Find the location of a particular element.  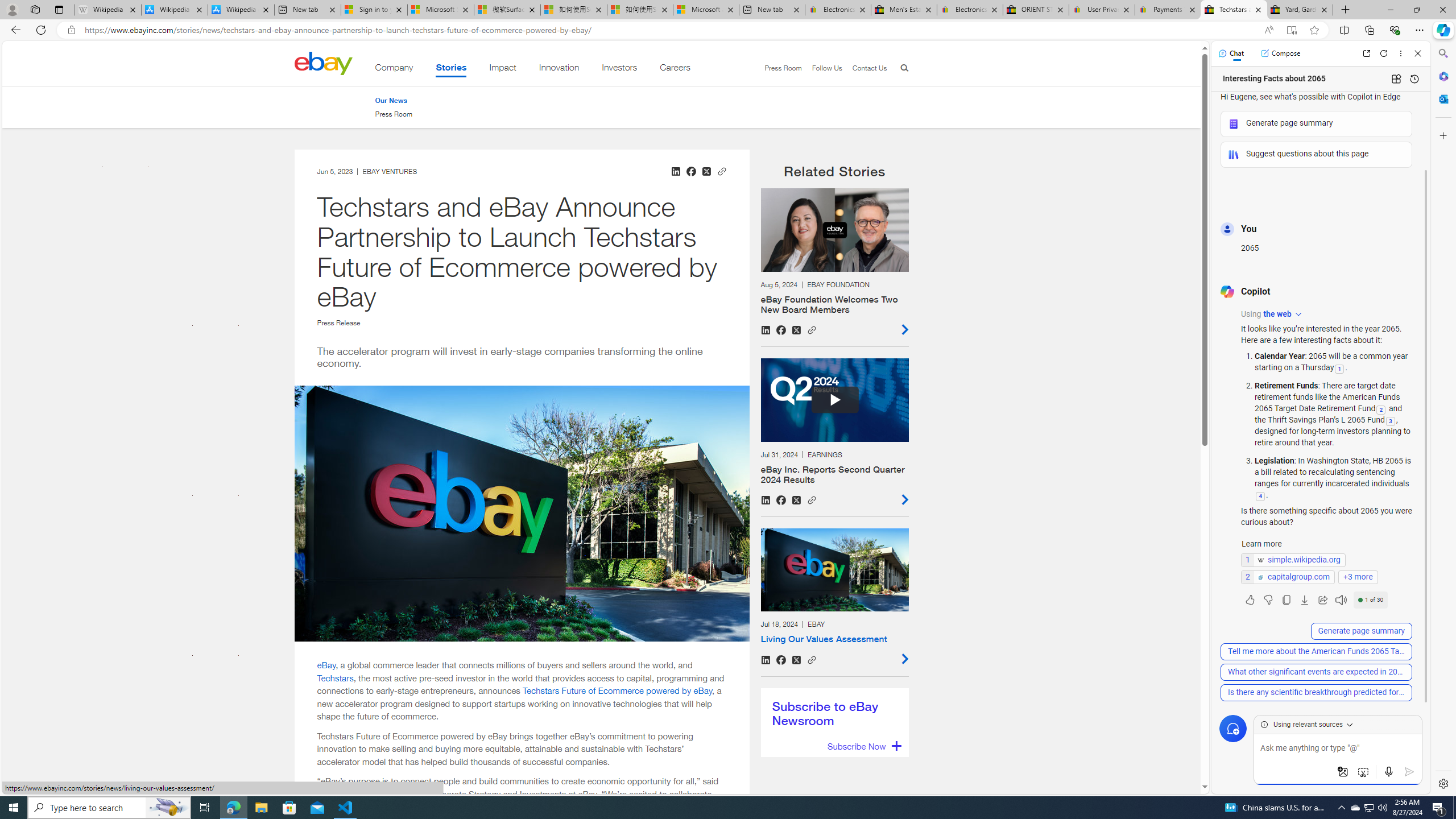

'Article: eBay Inc. Reports Second Quarter 2024 Results' is located at coordinates (834, 431).